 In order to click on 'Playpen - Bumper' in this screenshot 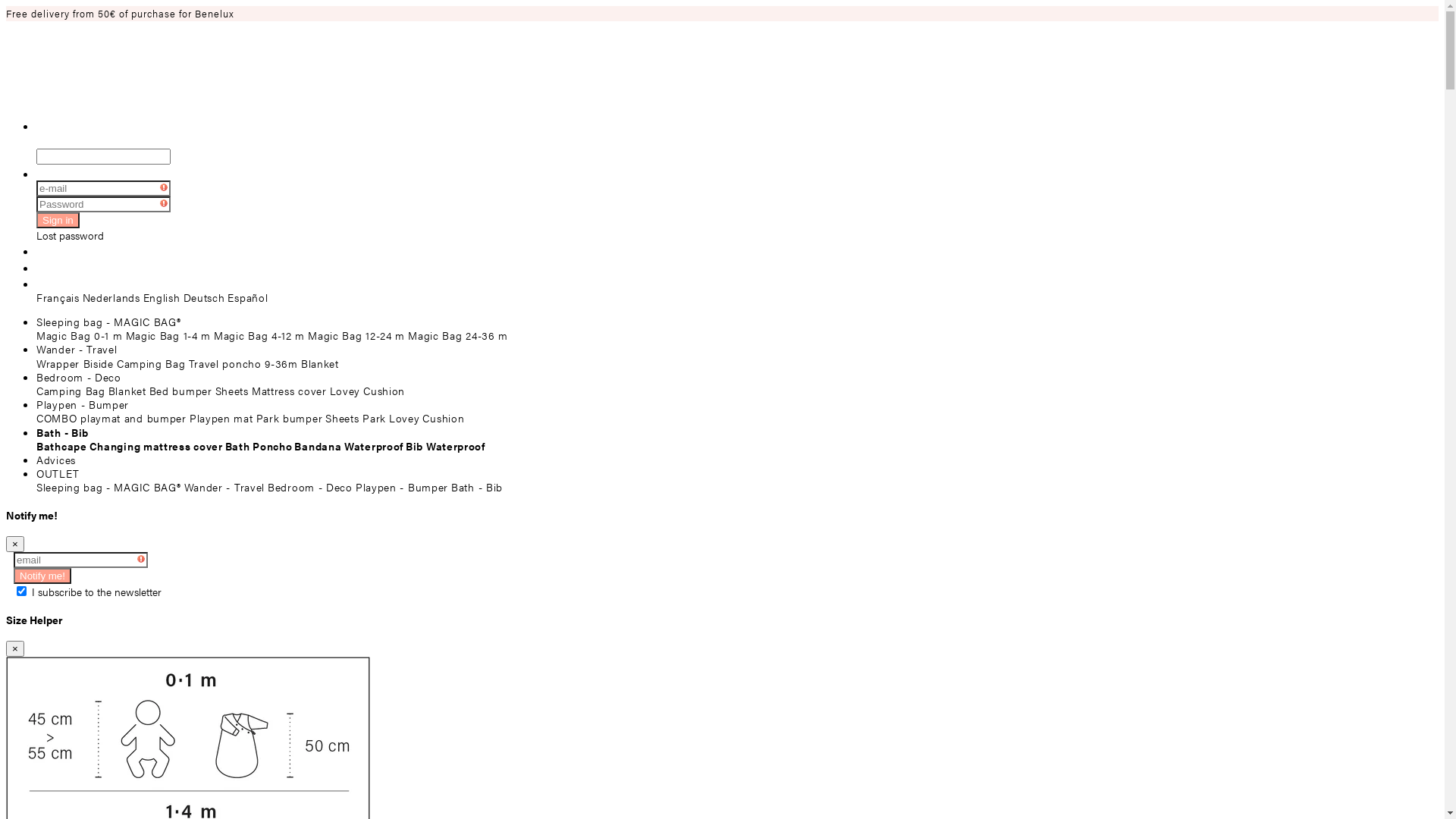, I will do `click(82, 403)`.